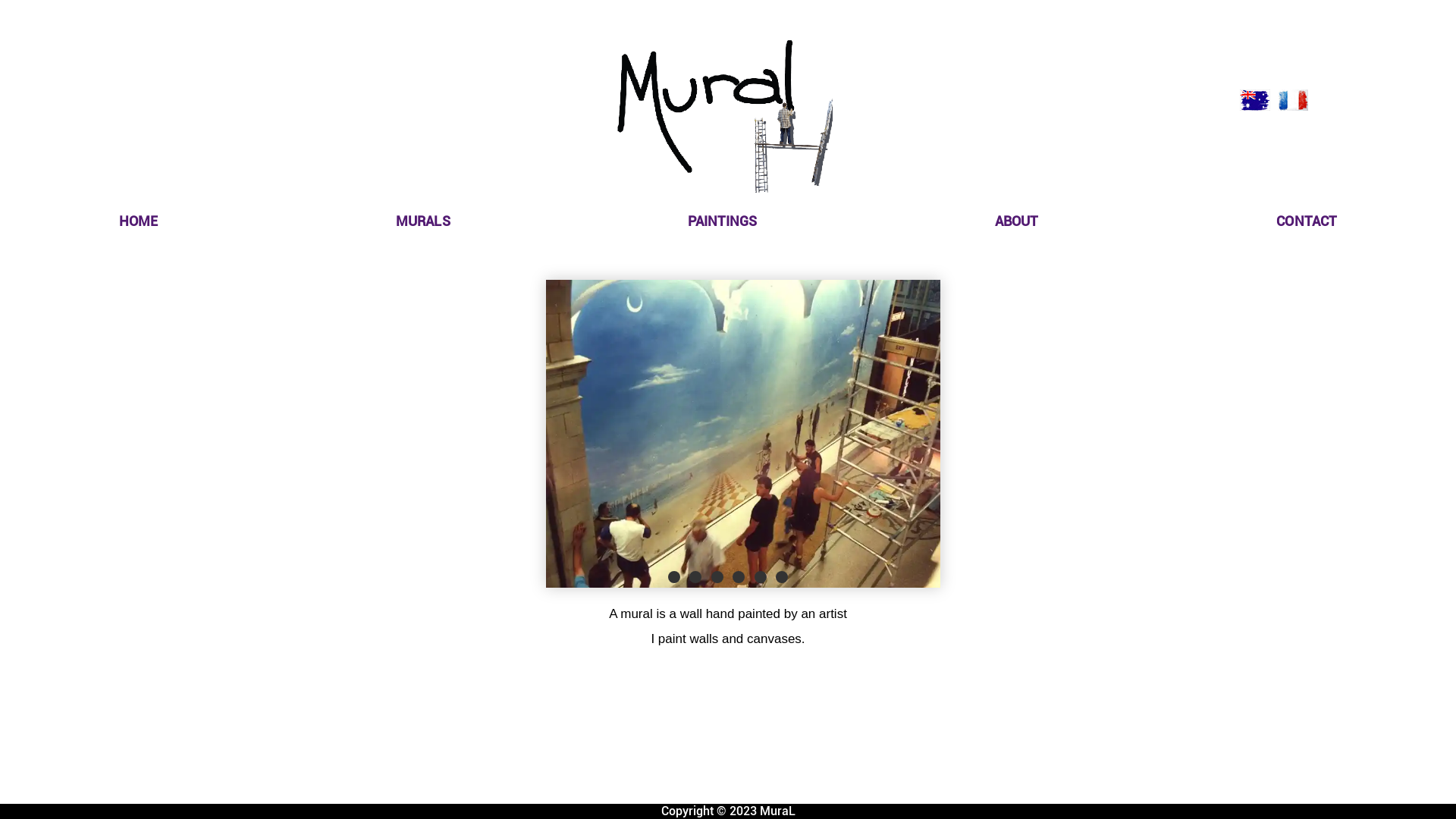 This screenshot has width=1456, height=819. Describe the element at coordinates (673, 576) in the screenshot. I see `'Go to slide 1'` at that location.